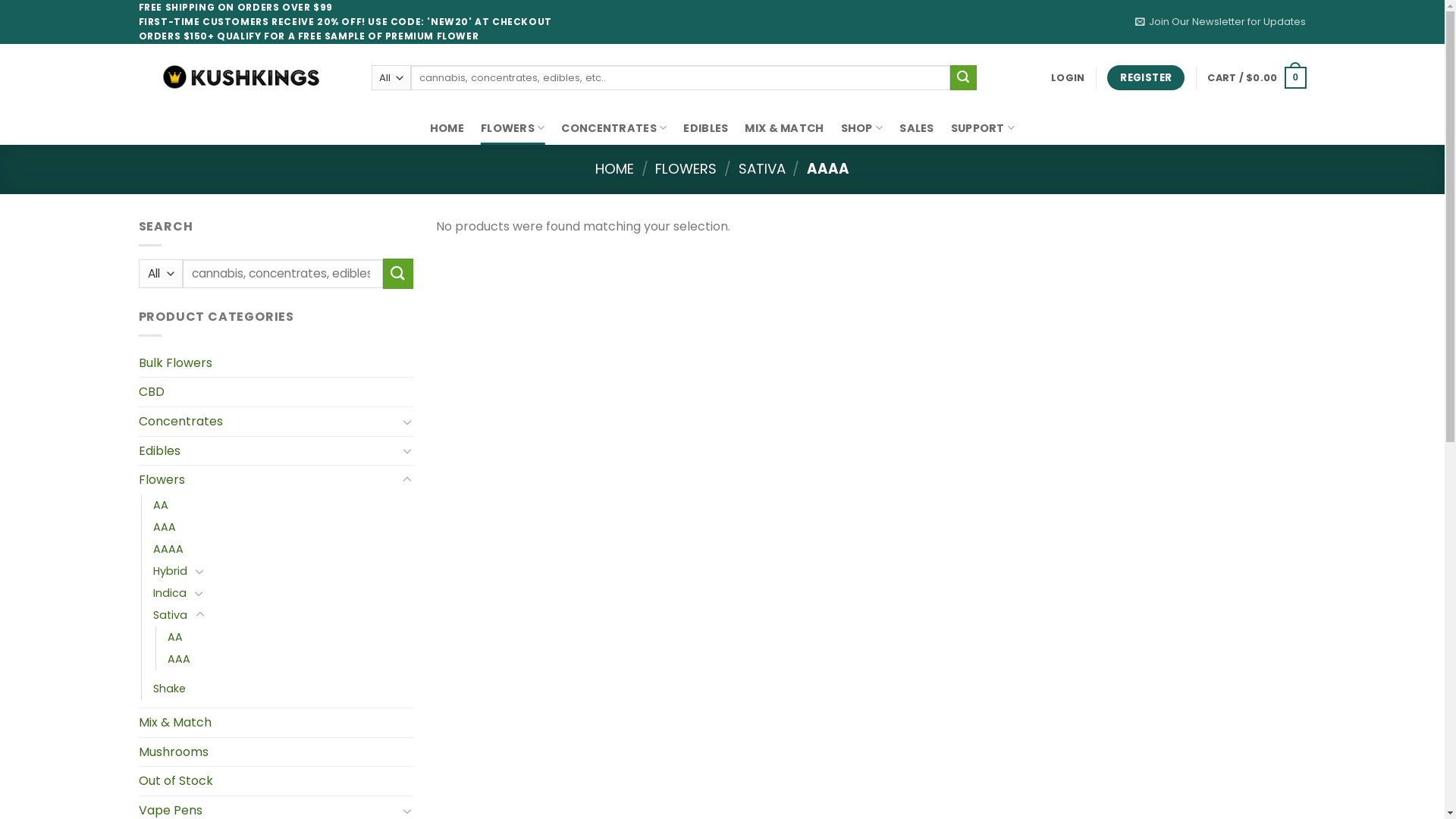 Image resolution: width=1456 pixels, height=819 pixels. I want to click on 'SHOP', so click(862, 127).